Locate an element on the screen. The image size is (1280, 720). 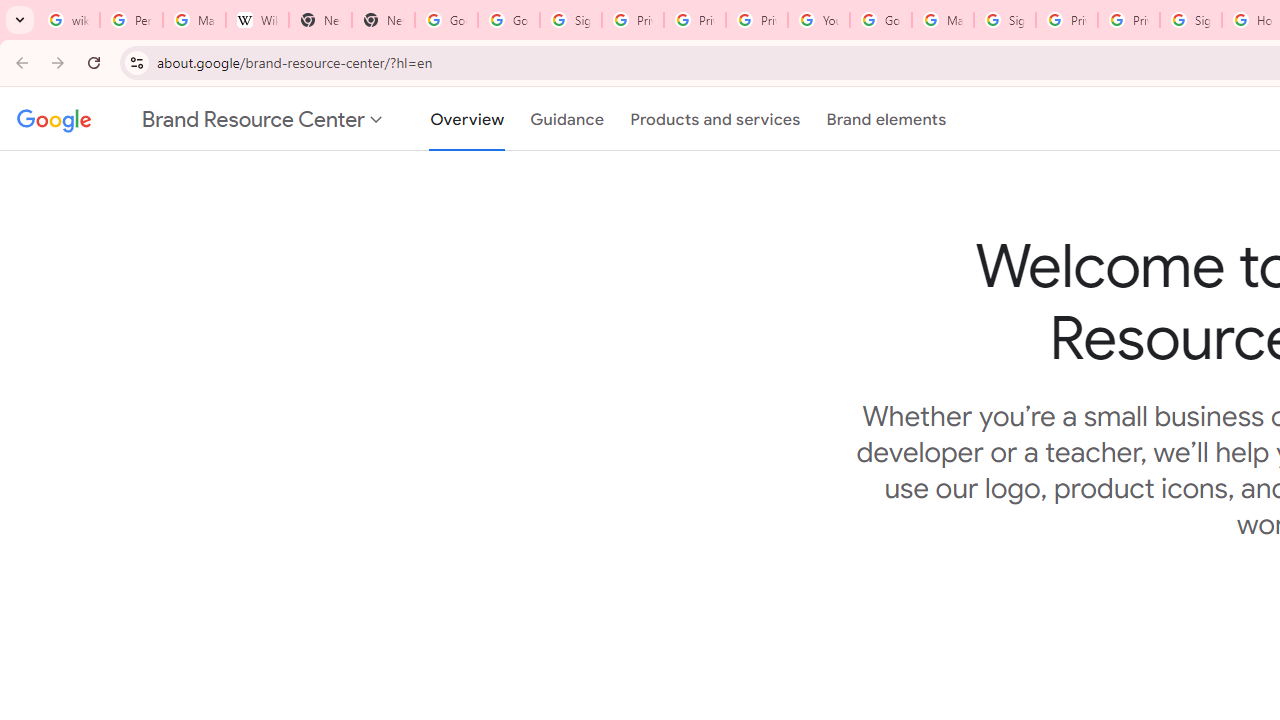
'Products and services' is located at coordinates (715, 119).